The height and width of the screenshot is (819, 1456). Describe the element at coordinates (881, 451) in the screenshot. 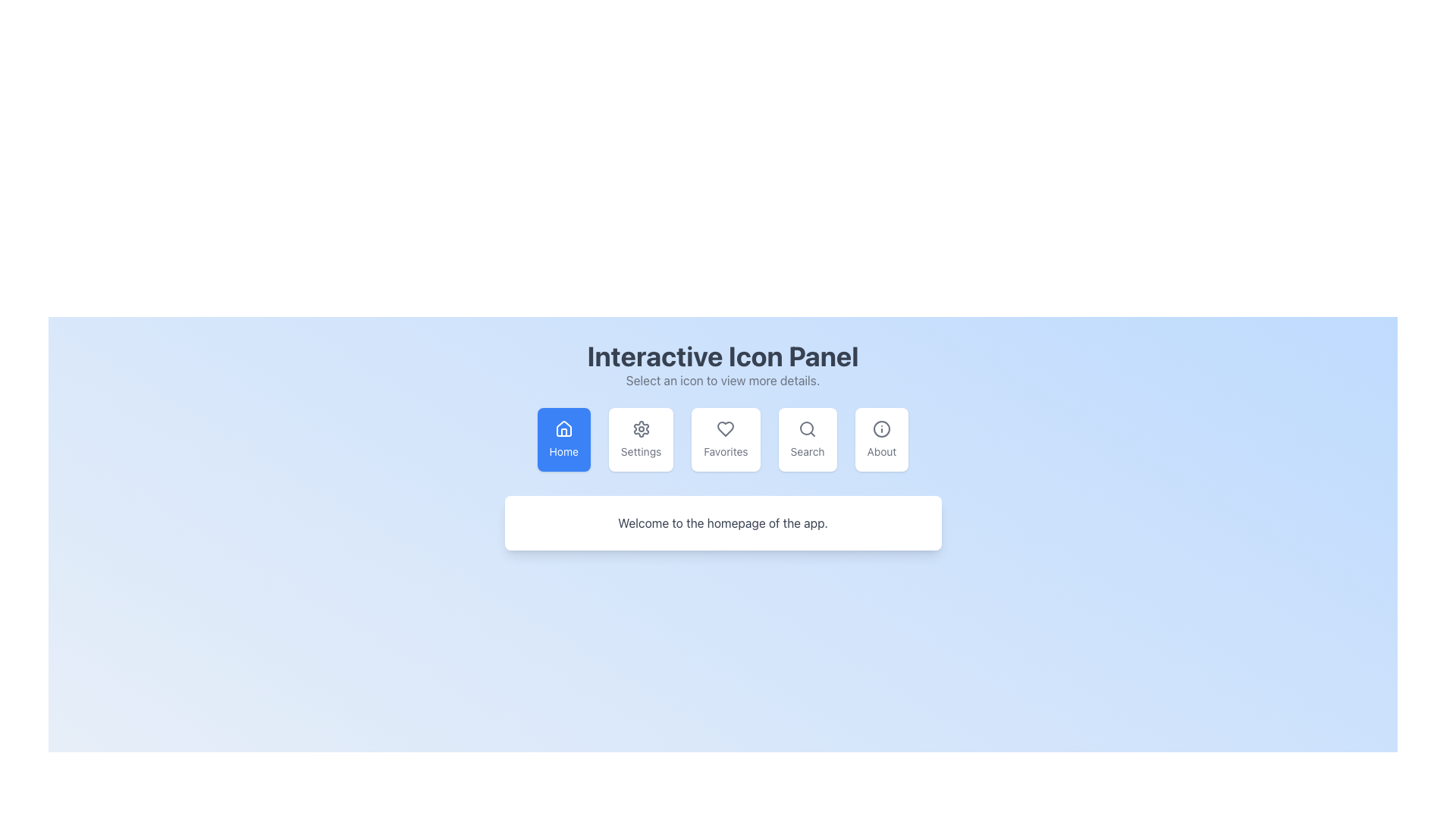

I see `text label indicating the purpose of the 'About' button, located below its icon on the far right of the interactive icon panel` at that location.